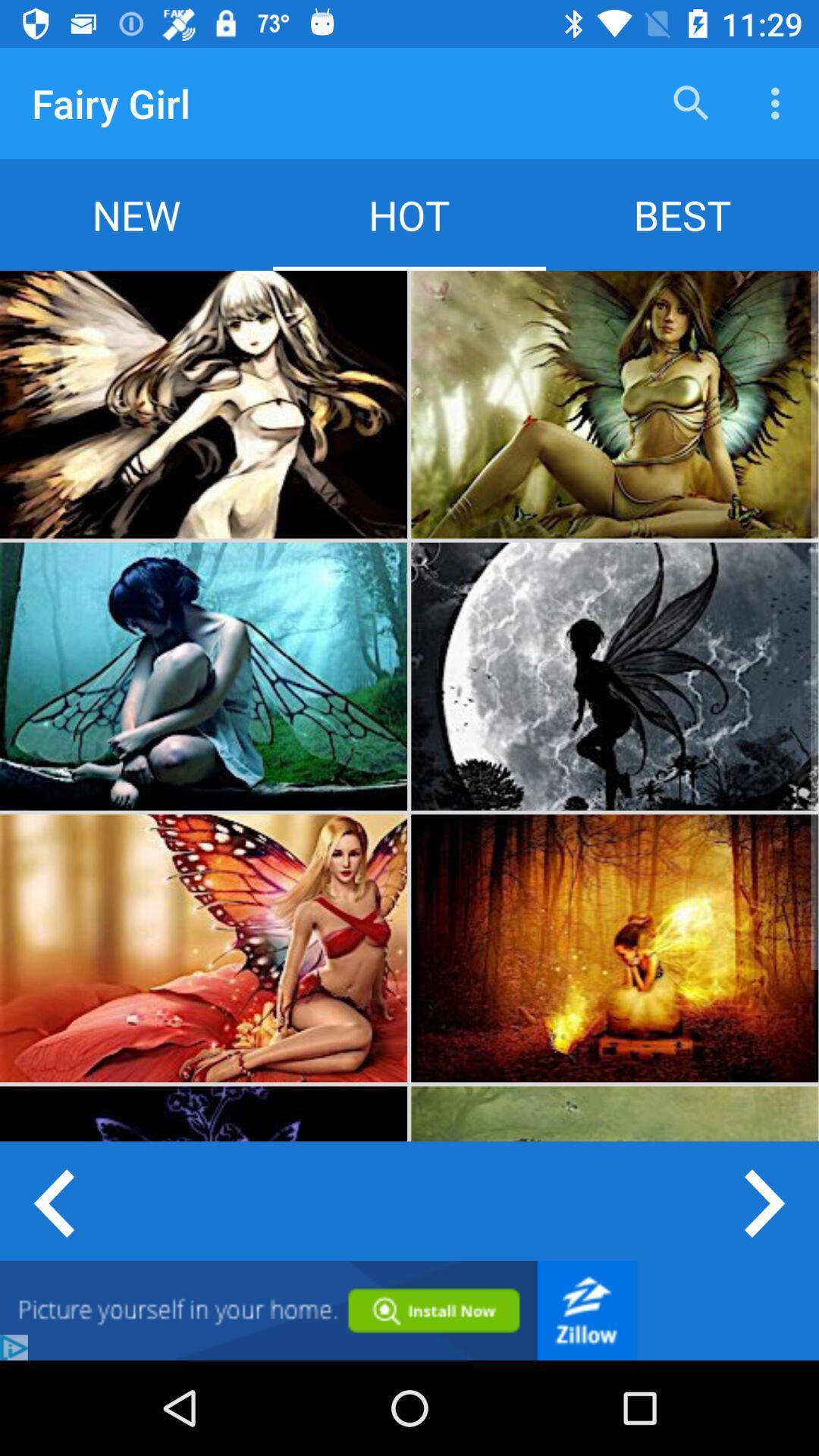 The width and height of the screenshot is (819, 1456). I want to click on open advertisement, so click(318, 1310).